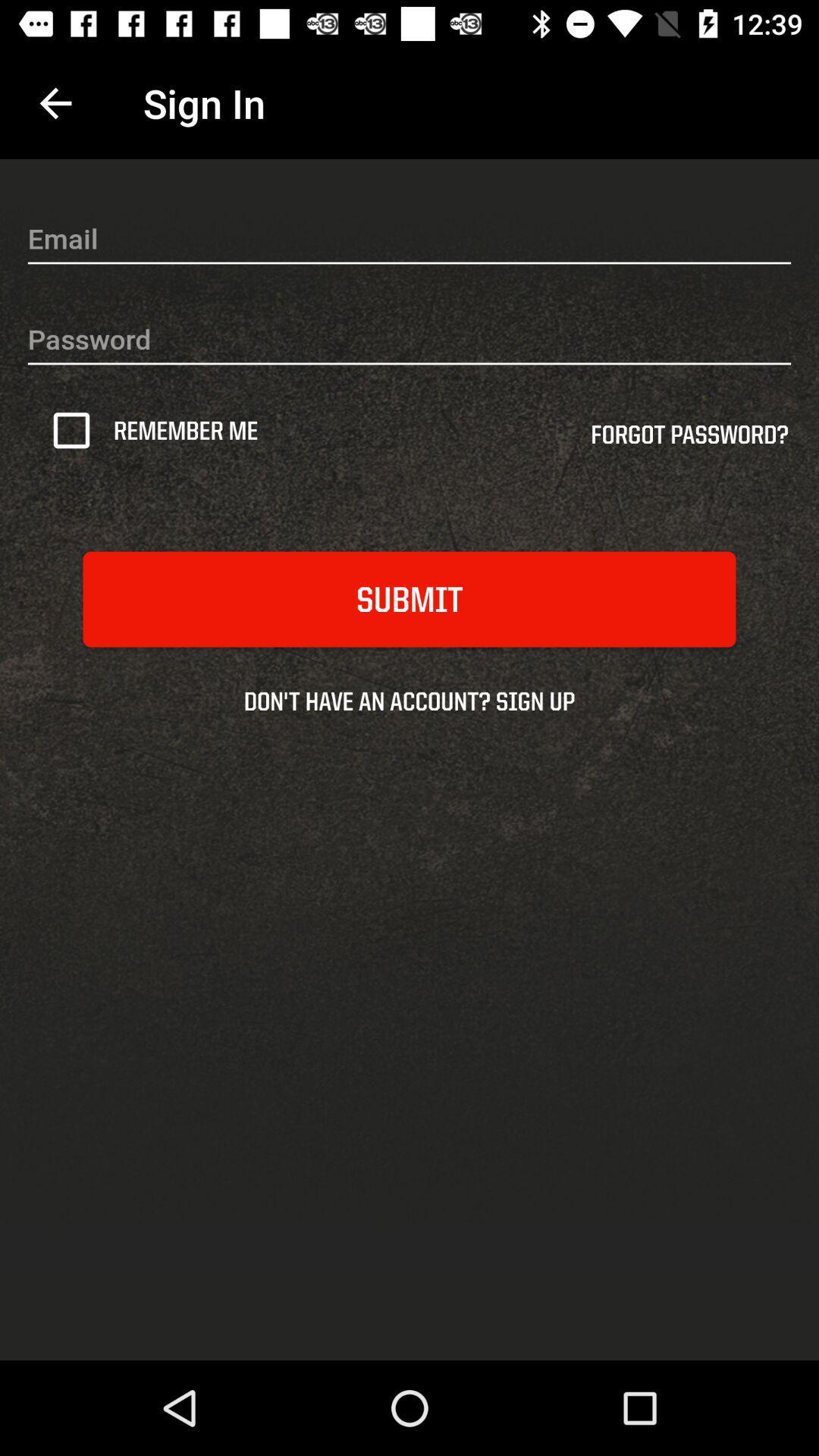 This screenshot has height=1456, width=819. Describe the element at coordinates (77, 429) in the screenshot. I see `icon above the submit` at that location.